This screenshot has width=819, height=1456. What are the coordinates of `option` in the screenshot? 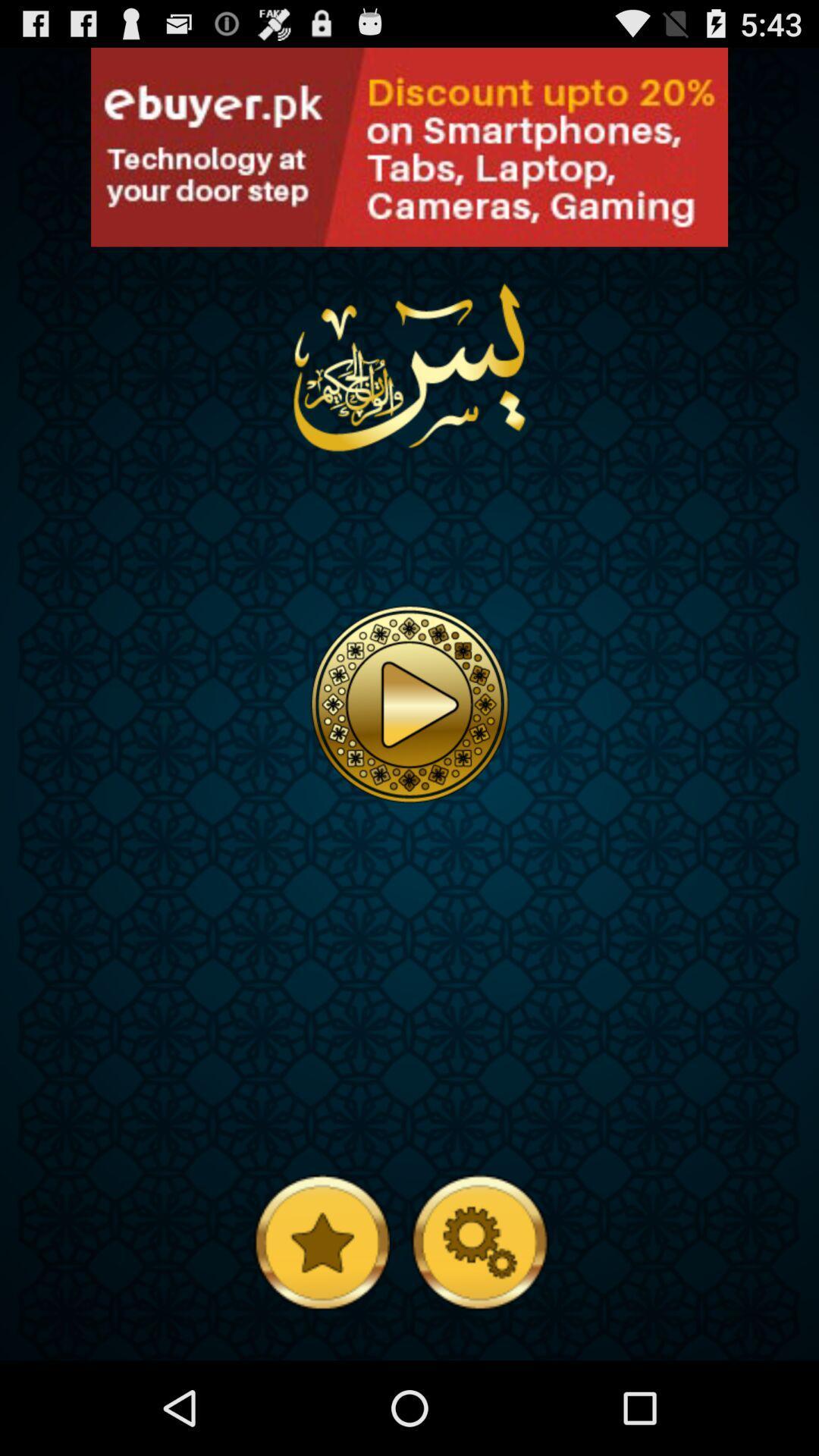 It's located at (409, 703).